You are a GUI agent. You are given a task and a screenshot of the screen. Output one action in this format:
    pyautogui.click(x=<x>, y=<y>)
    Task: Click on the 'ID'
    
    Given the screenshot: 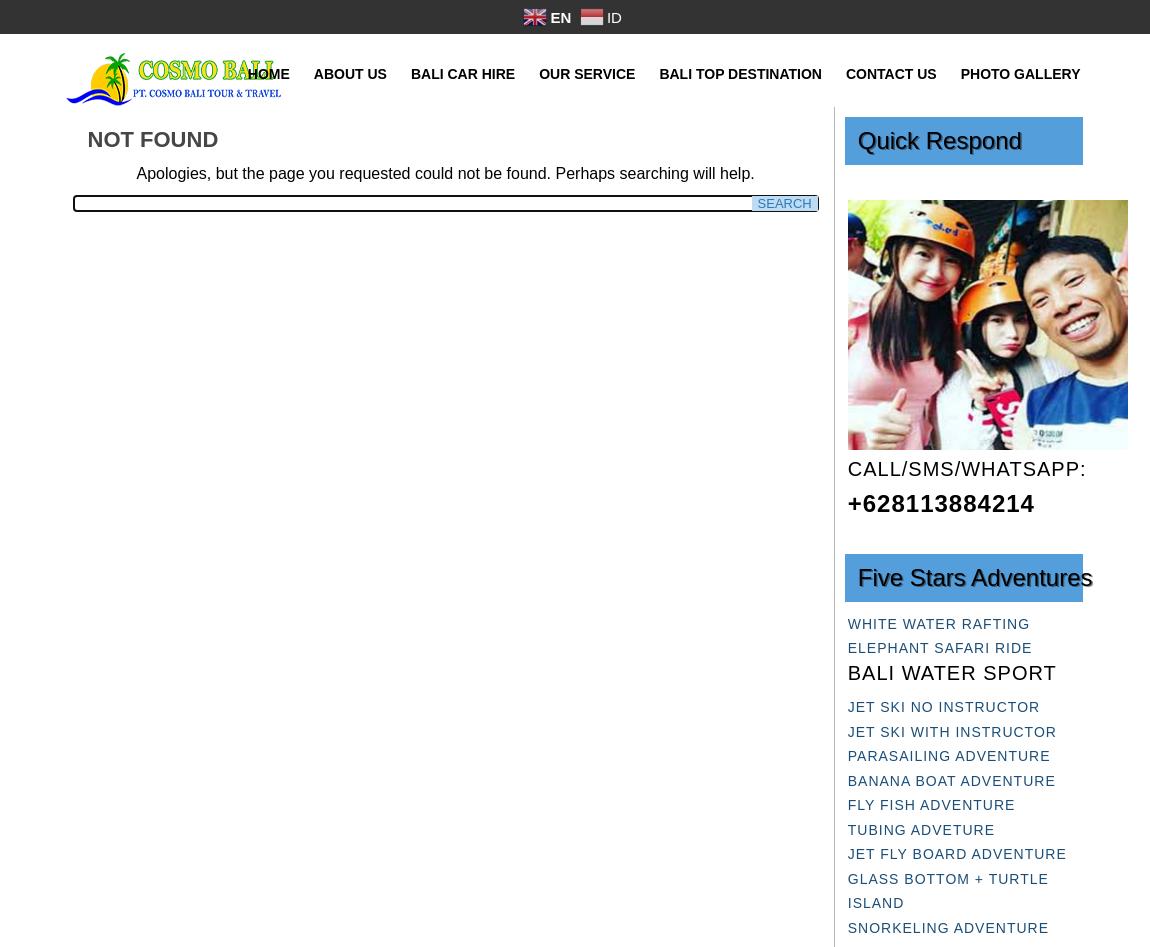 What is the action you would take?
    pyautogui.click(x=612, y=16)
    